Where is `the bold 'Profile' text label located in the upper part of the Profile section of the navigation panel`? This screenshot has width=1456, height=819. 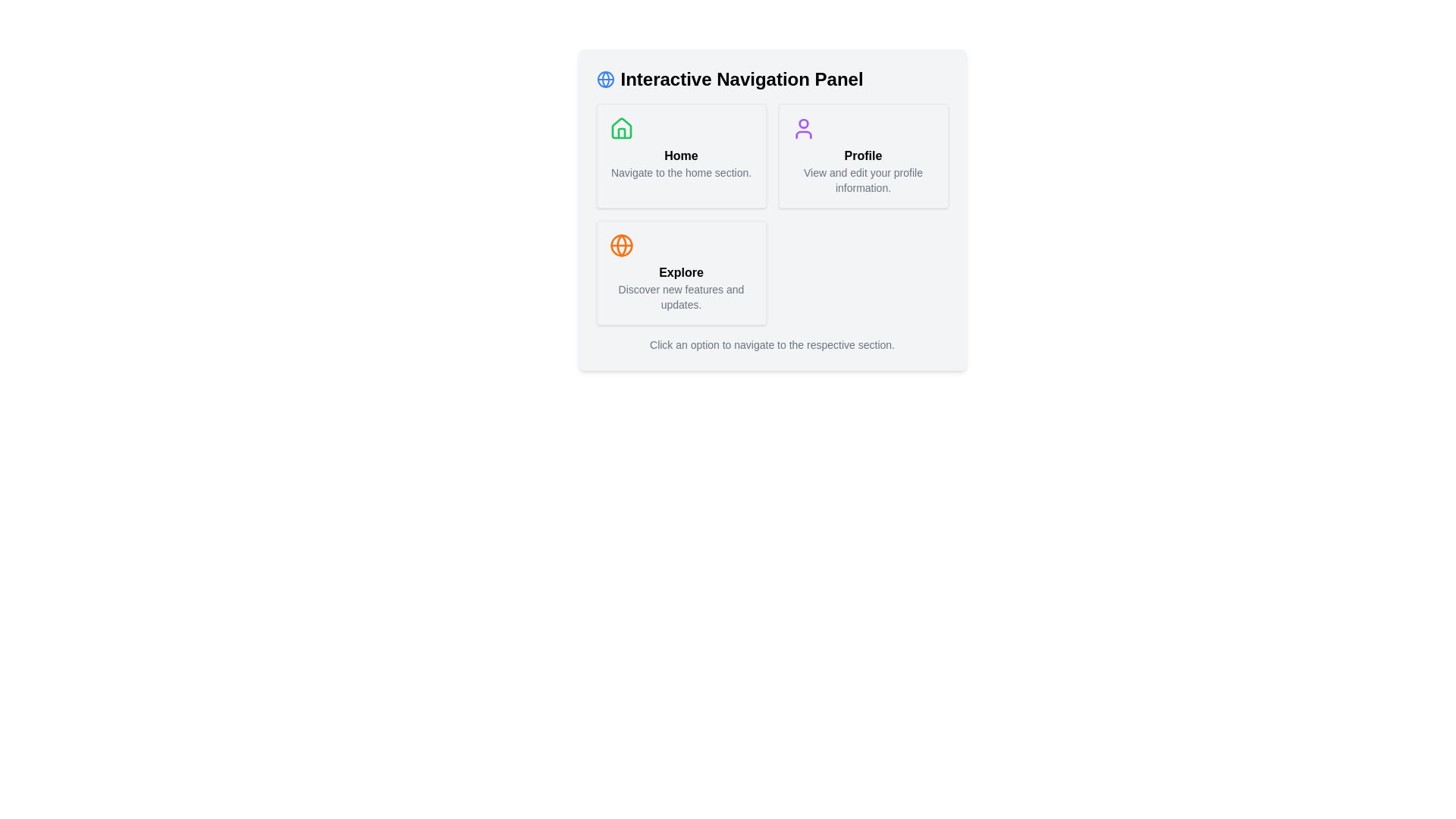
the bold 'Profile' text label located in the upper part of the Profile section of the navigation panel is located at coordinates (863, 155).